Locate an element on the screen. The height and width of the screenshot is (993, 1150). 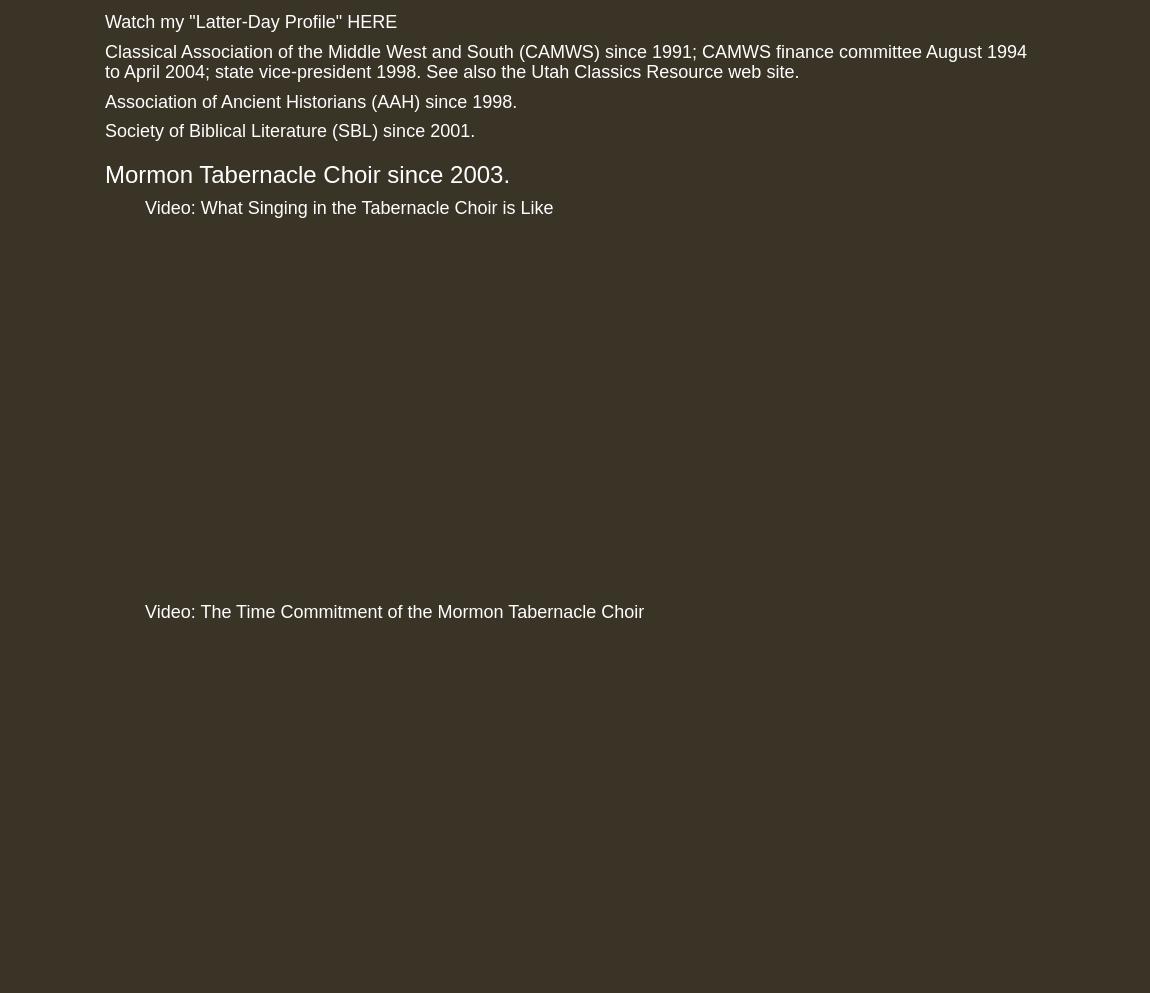
'Watch my "Latter-Day Profile" HERE' is located at coordinates (250, 21).